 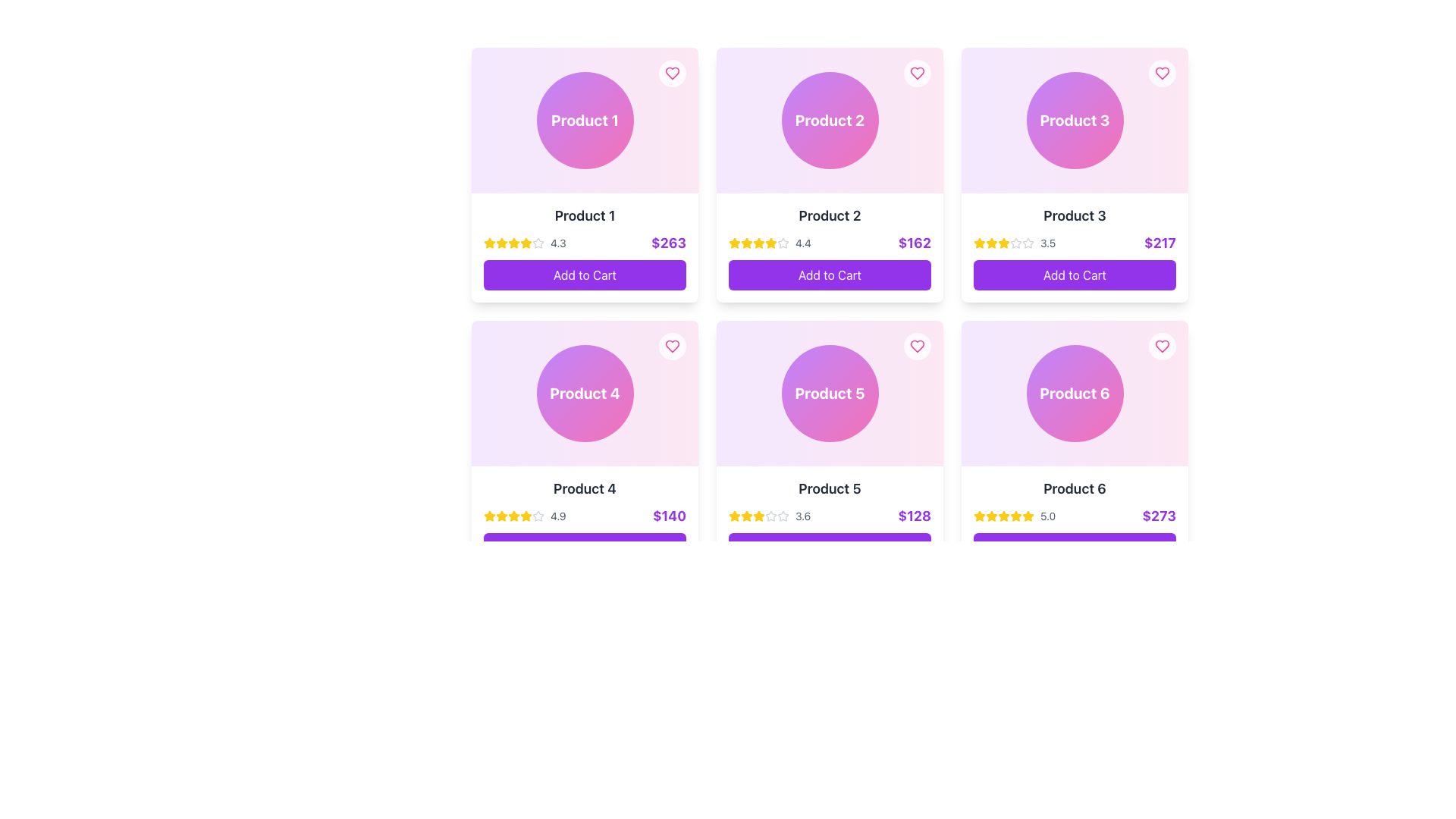 I want to click on the yellow star icon in the rating display of 'Product 3', which is the first star in a row of stars located in the top-right card, so click(x=979, y=242).